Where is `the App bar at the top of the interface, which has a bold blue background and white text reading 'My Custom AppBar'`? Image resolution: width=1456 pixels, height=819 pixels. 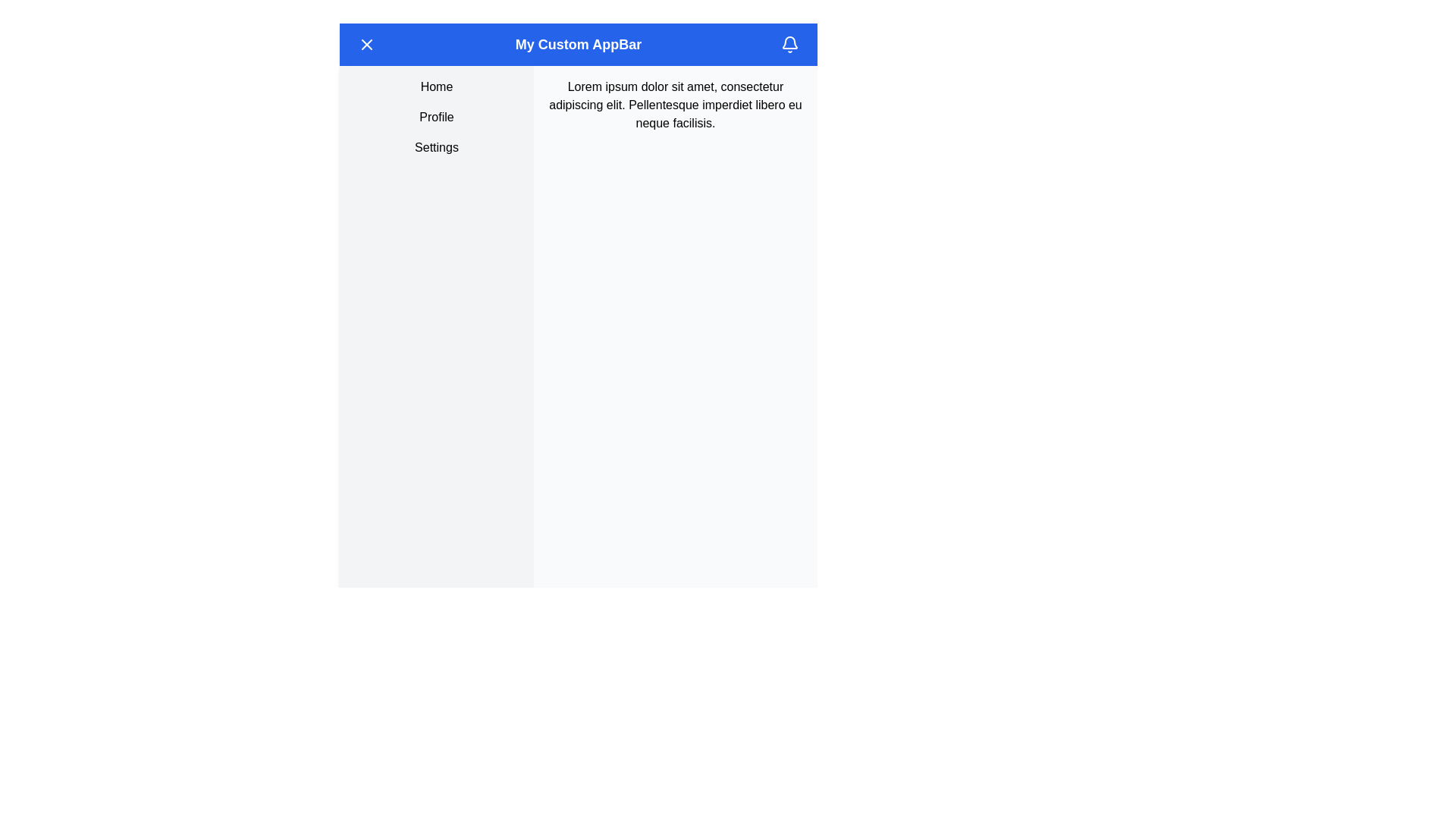 the App bar at the top of the interface, which has a bold blue background and white text reading 'My Custom AppBar' is located at coordinates (578, 43).